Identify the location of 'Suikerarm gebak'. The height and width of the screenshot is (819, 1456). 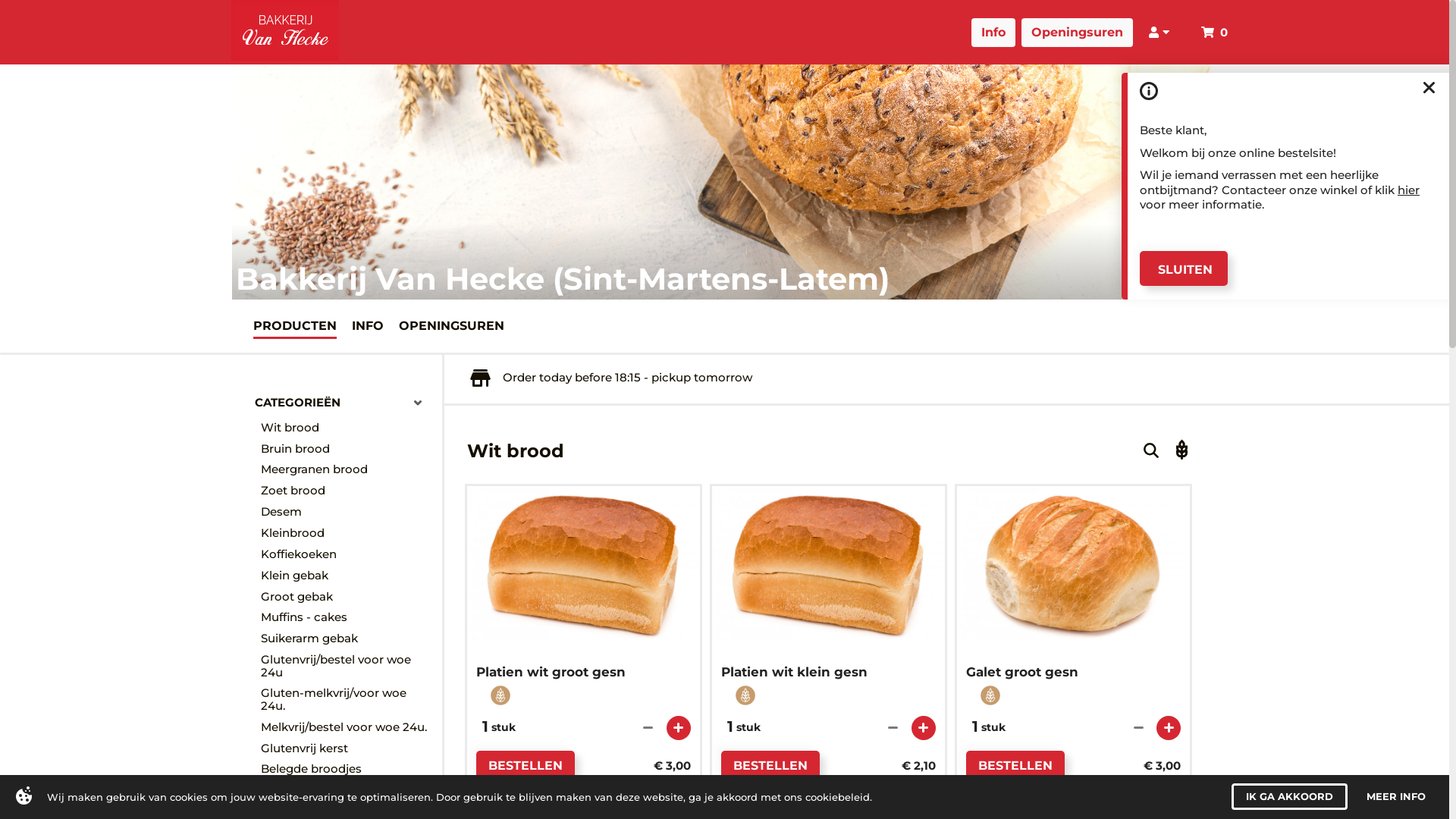
(346, 638).